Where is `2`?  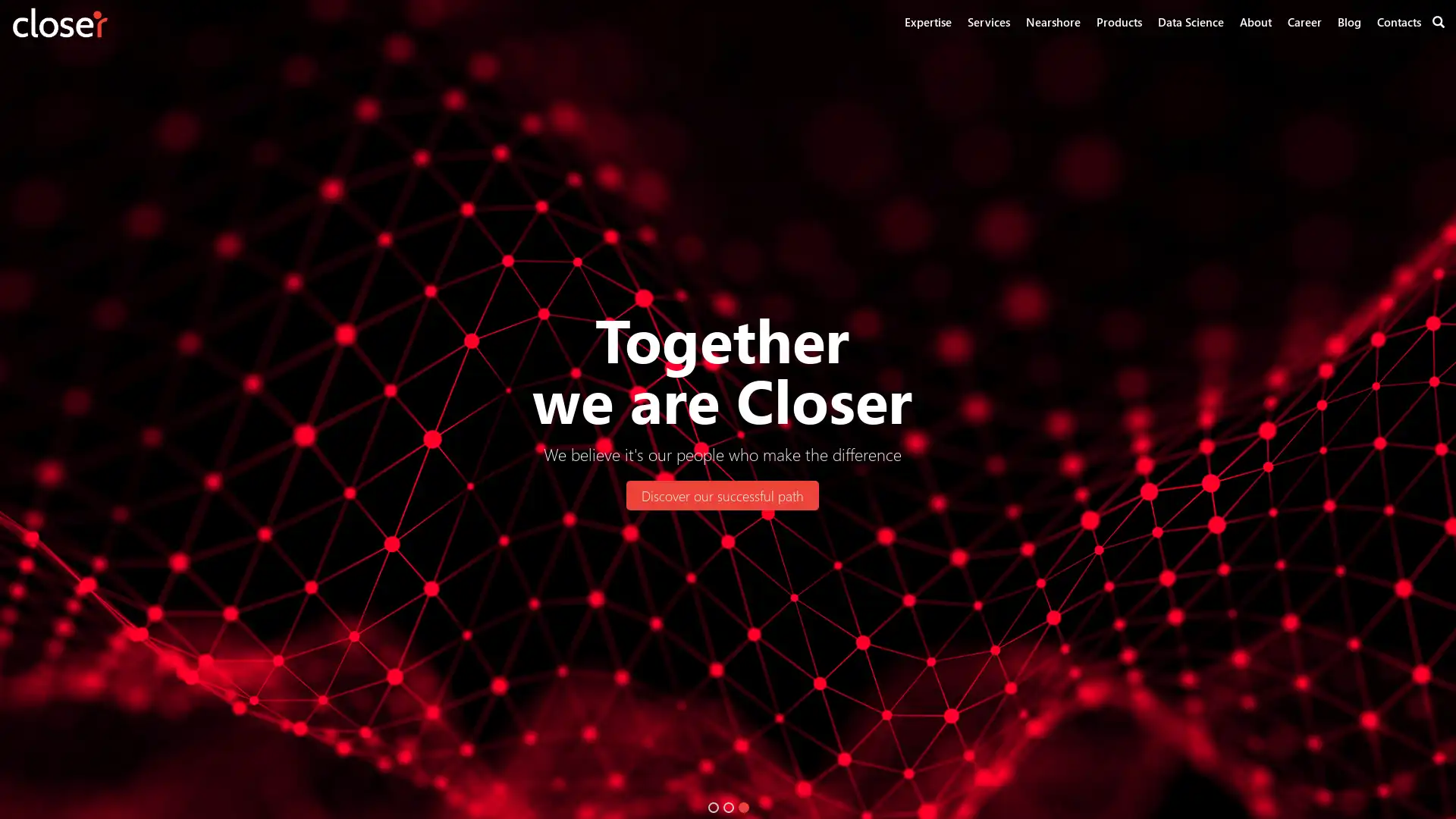
2 is located at coordinates (728, 806).